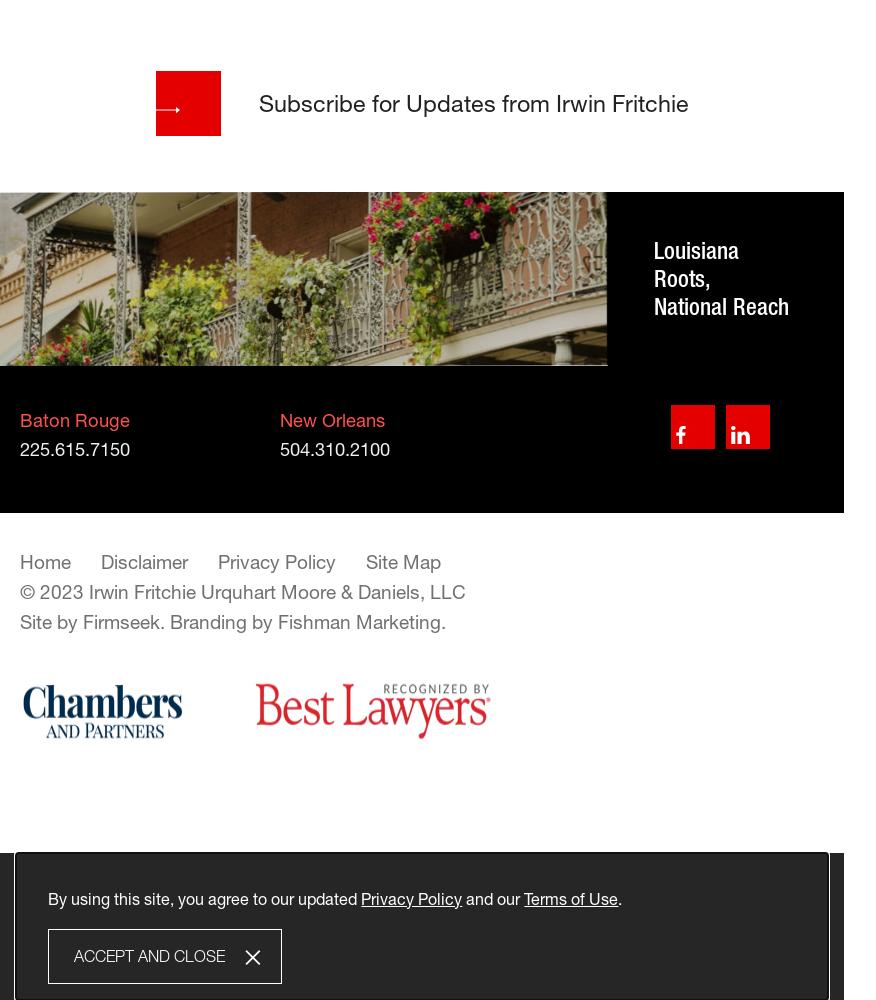 The image size is (876, 1000). What do you see at coordinates (569, 897) in the screenshot?
I see `'Terms of Use'` at bounding box center [569, 897].